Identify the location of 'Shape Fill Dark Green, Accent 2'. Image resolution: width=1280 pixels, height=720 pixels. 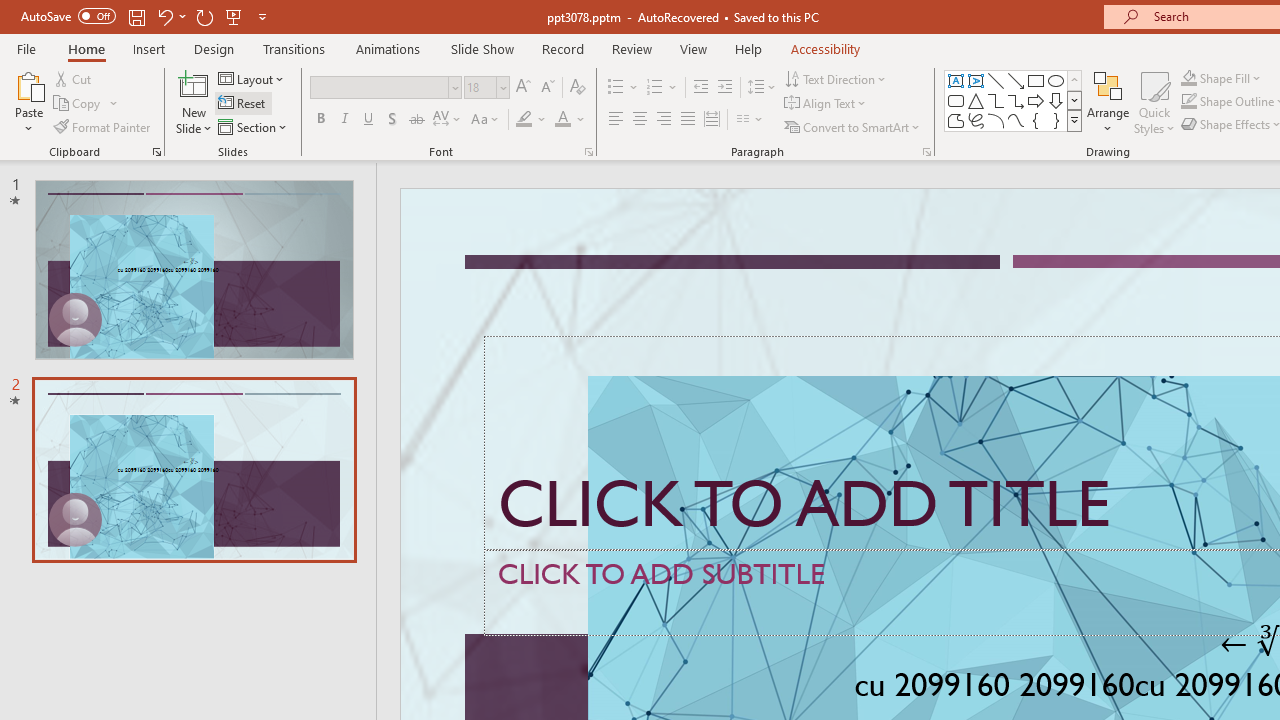
(1189, 77).